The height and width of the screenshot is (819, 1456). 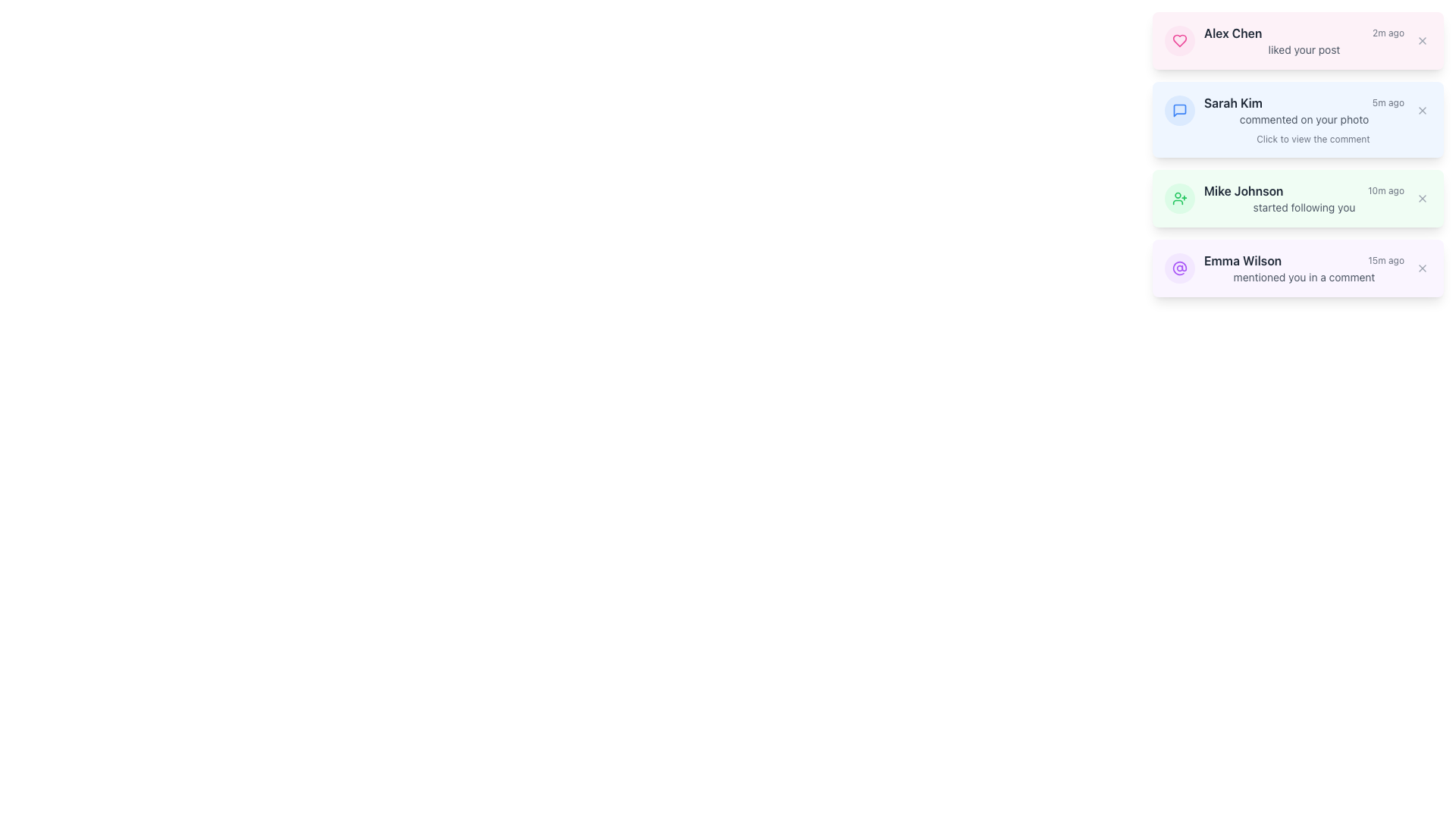 I want to click on the icon located inside the green notification box, which is in the third position from the top of the notification list, so click(x=1178, y=198).